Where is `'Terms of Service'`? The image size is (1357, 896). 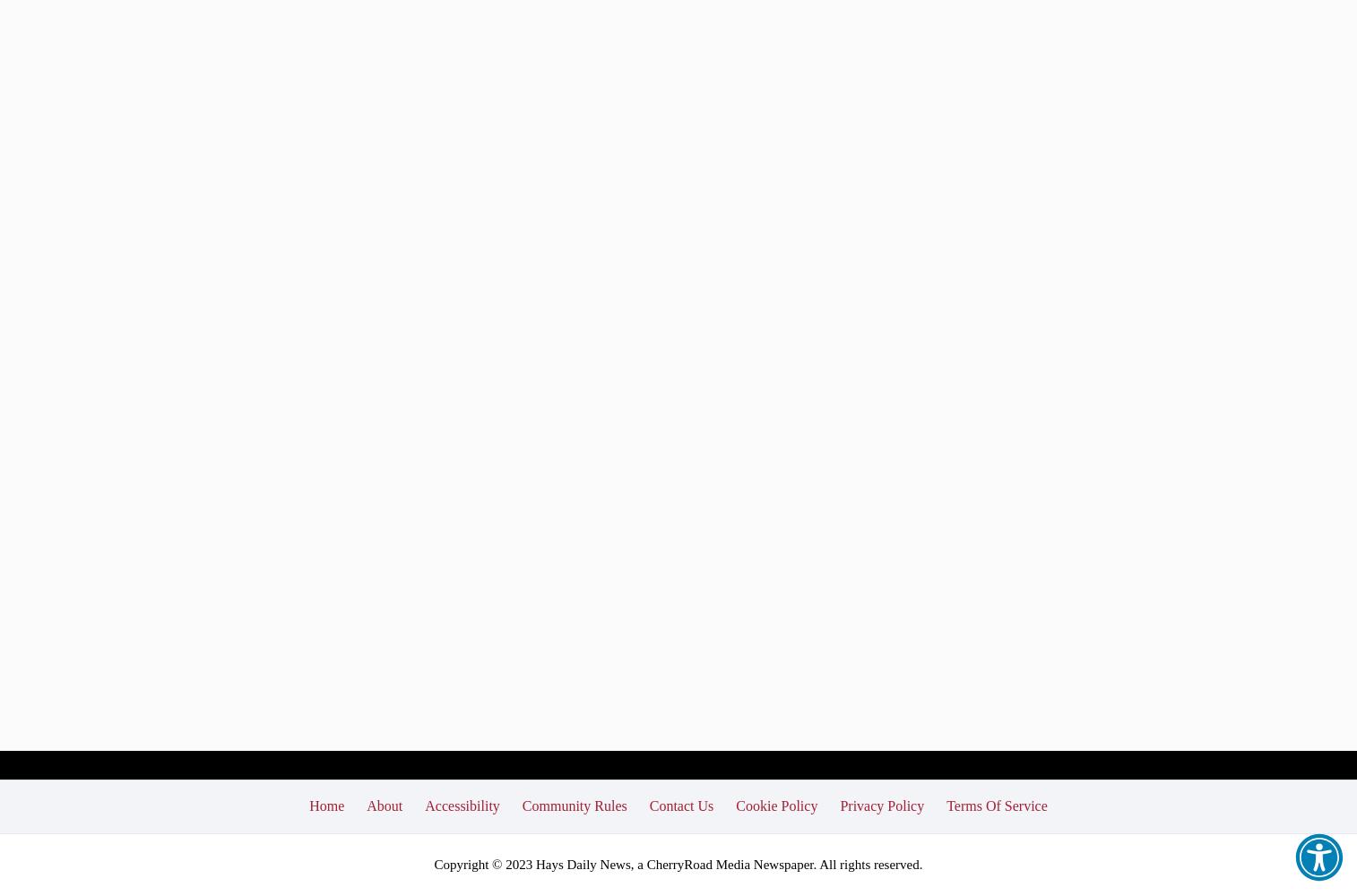 'Terms of Service' is located at coordinates (996, 805).